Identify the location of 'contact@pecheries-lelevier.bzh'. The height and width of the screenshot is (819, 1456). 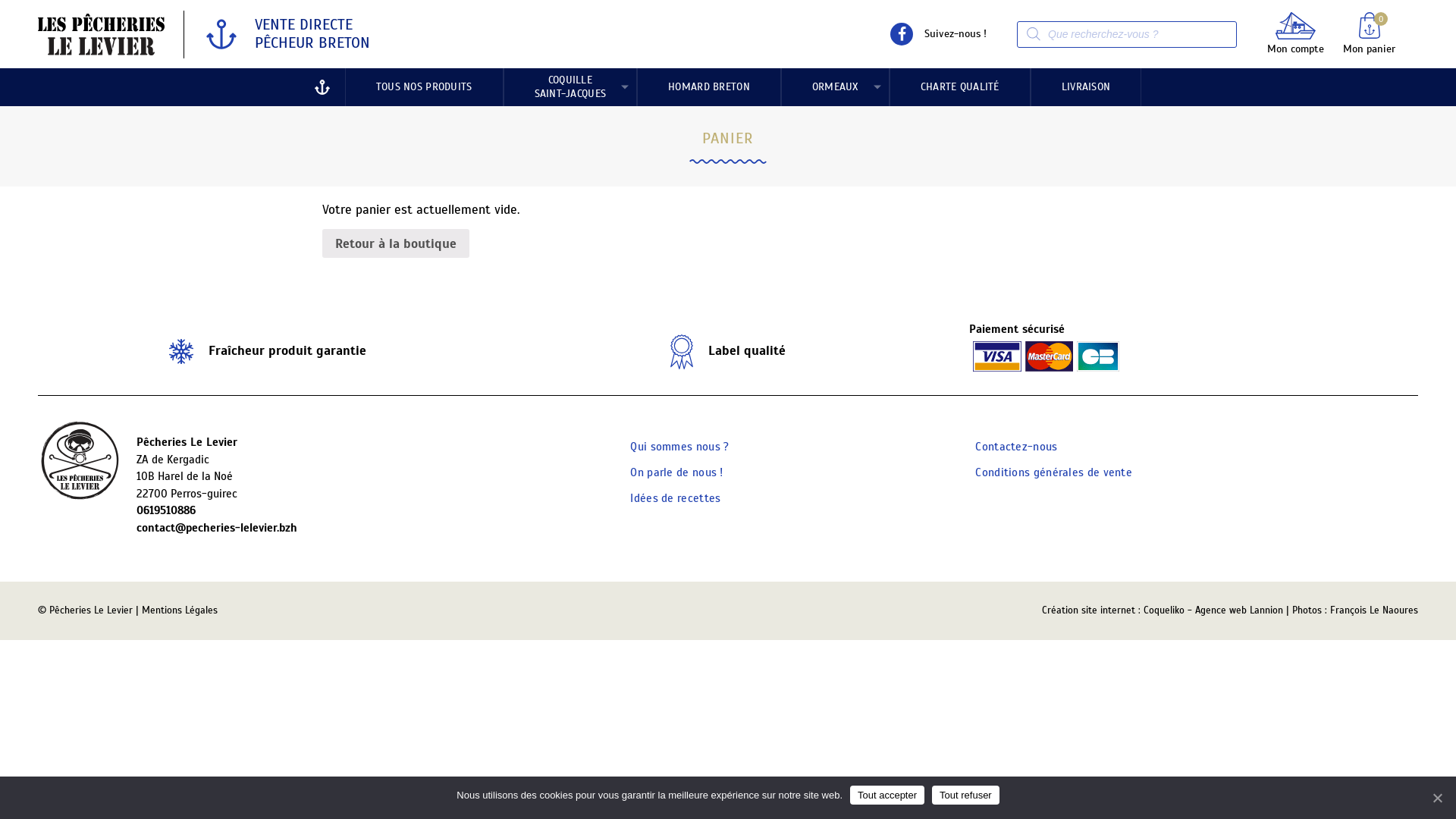
(136, 527).